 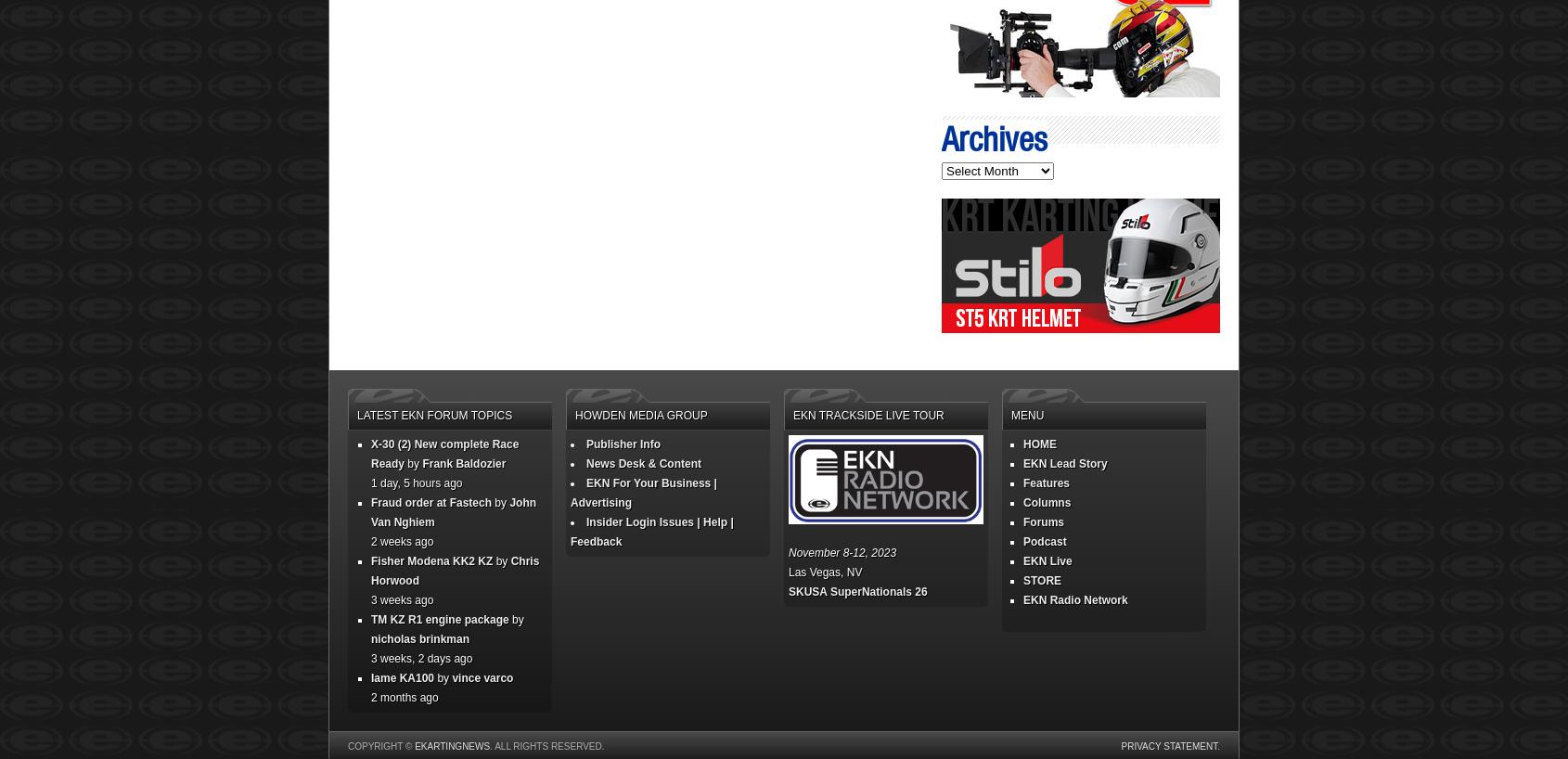 What do you see at coordinates (1045, 540) in the screenshot?
I see `'Podcast'` at bounding box center [1045, 540].